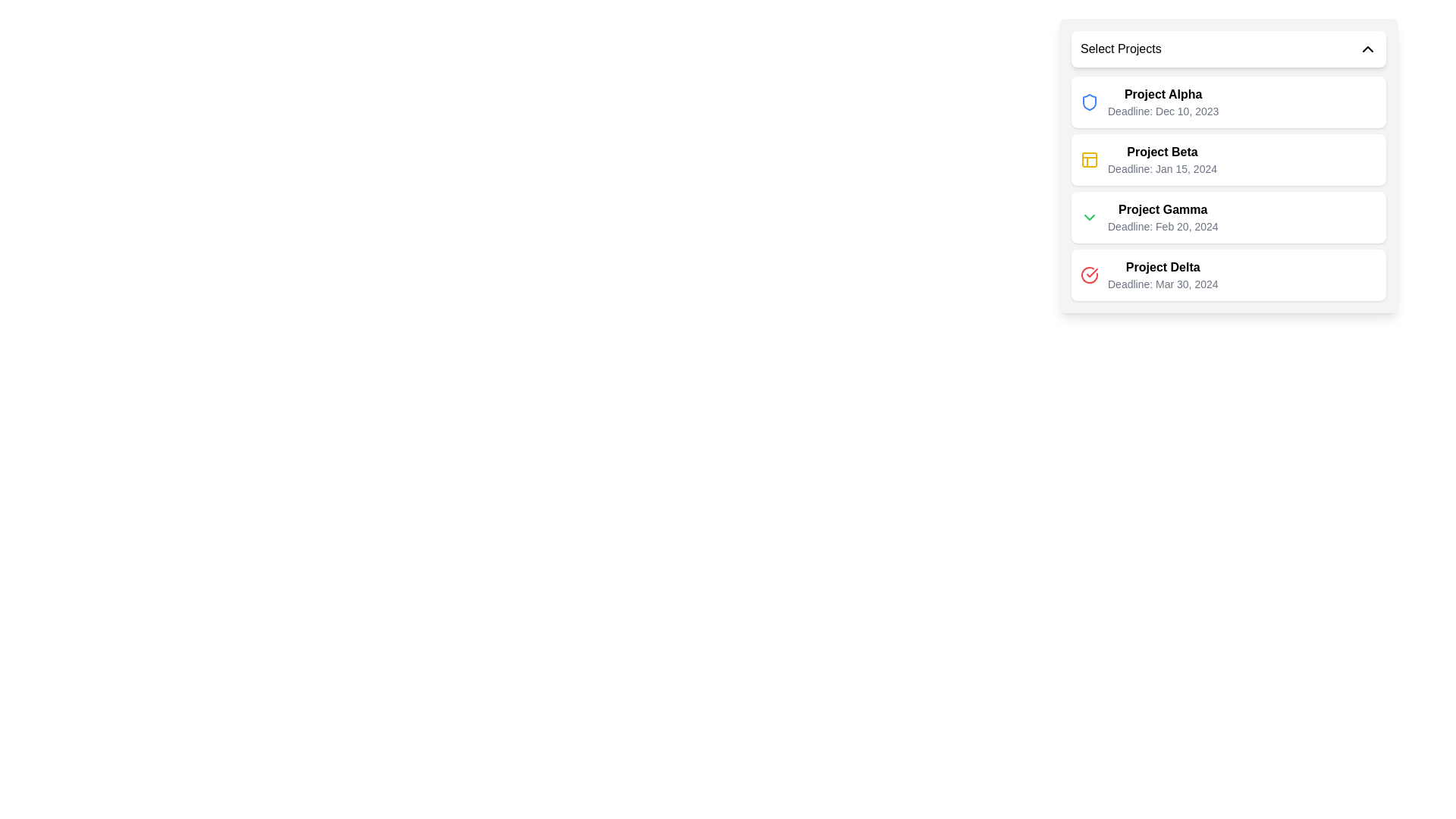 The image size is (1456, 819). I want to click on the 'Project Alpha' project icon located near the top-left corner of the project listing, which is the first icon to the left of the project title, so click(1088, 102).